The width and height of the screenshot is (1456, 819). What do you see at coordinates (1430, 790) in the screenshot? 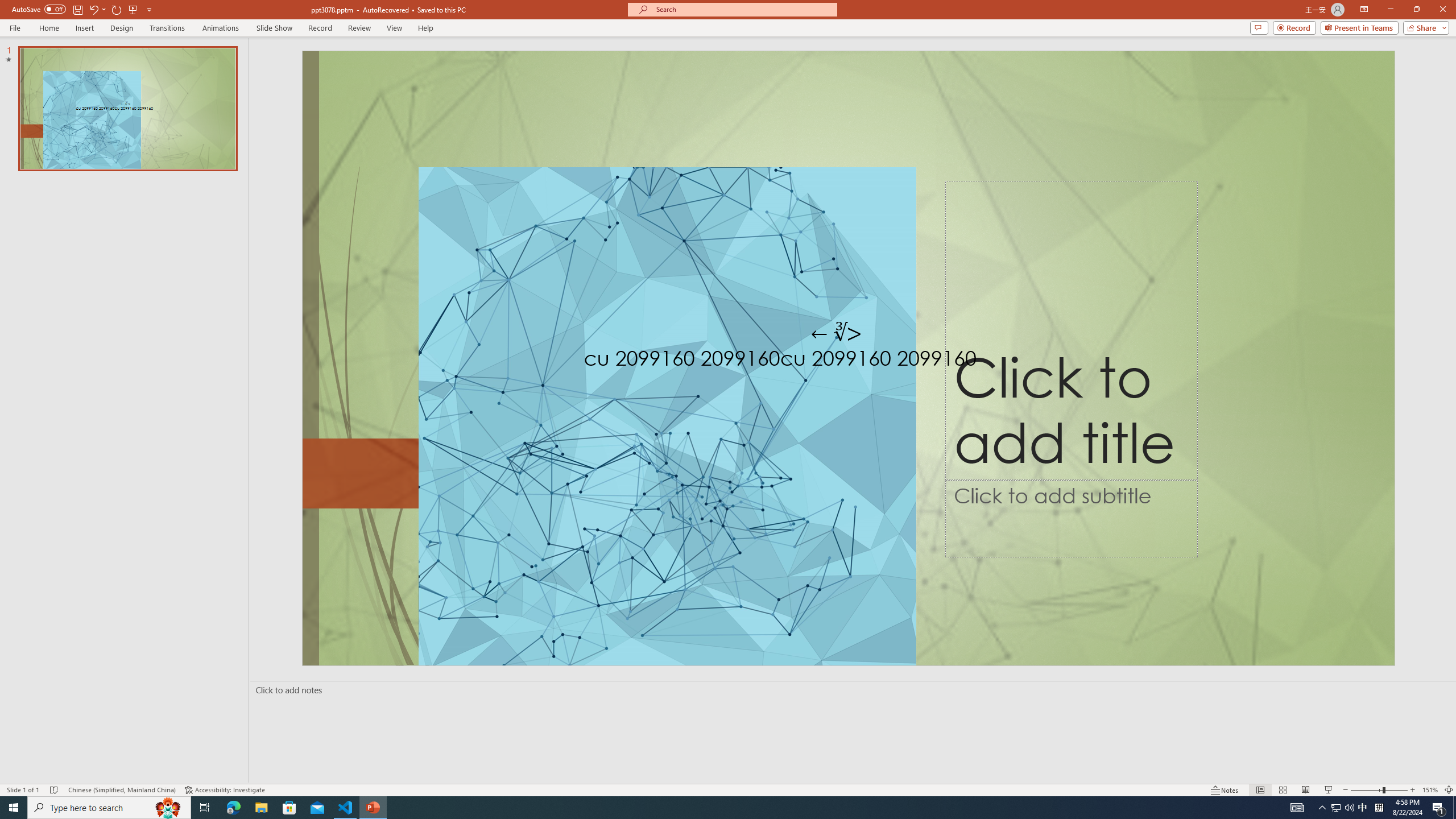
I see `'Zoom 151%'` at bounding box center [1430, 790].